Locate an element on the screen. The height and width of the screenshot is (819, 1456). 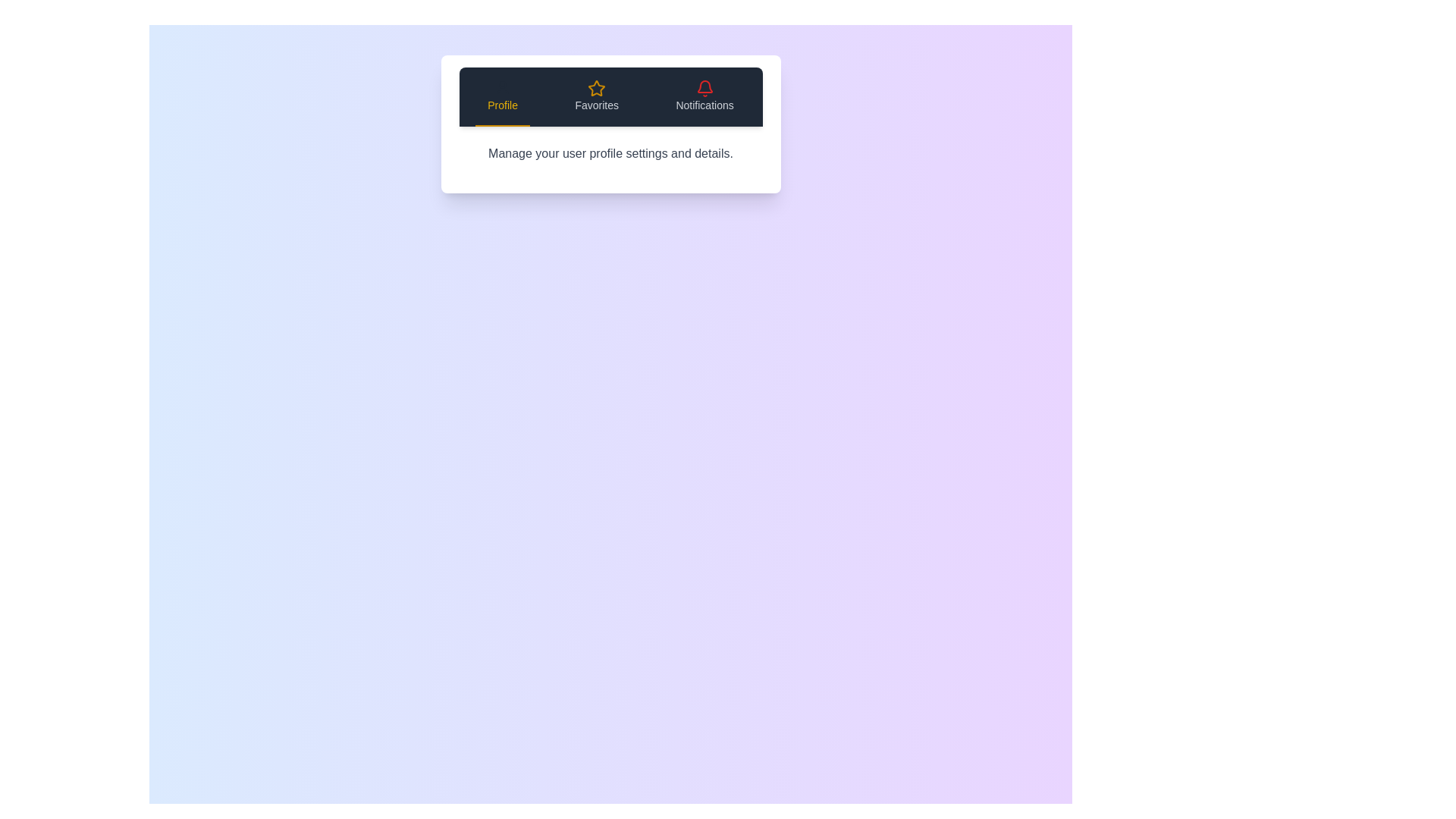
the Notifications tab by clicking on its button is located at coordinates (704, 96).